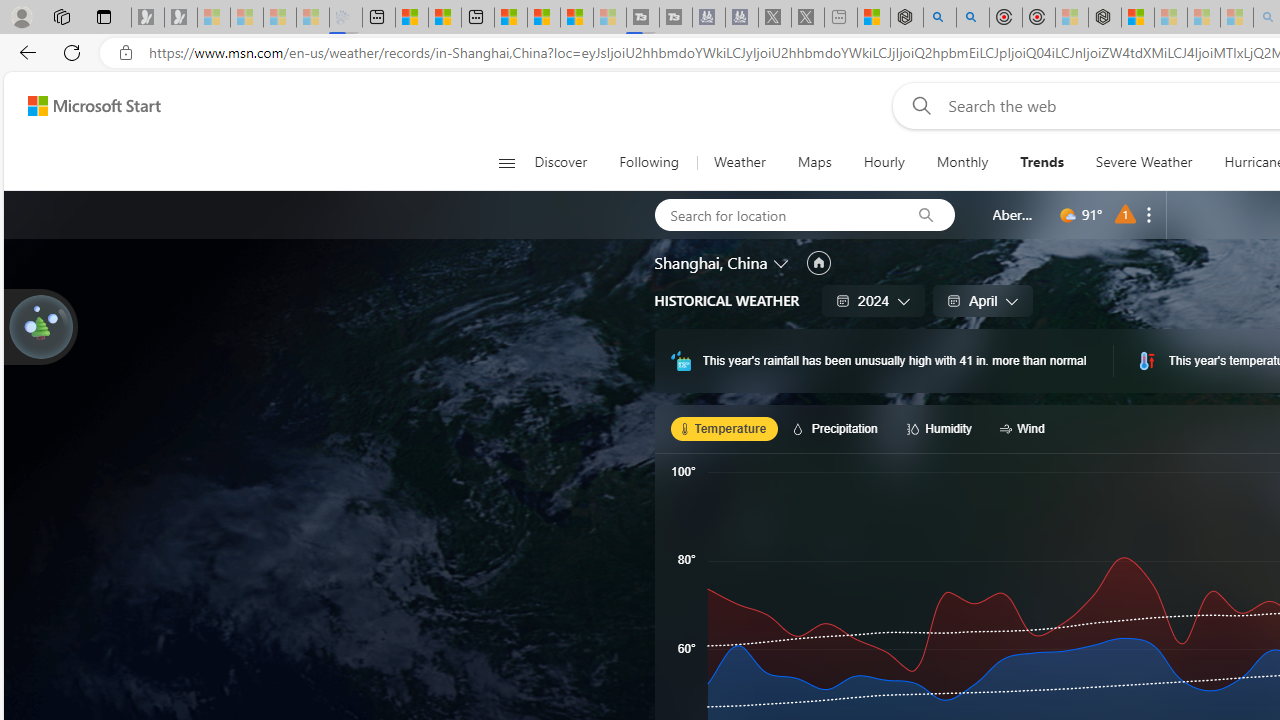 This screenshot has height=720, width=1280. What do you see at coordinates (814, 162) in the screenshot?
I see `'Maps'` at bounding box center [814, 162].